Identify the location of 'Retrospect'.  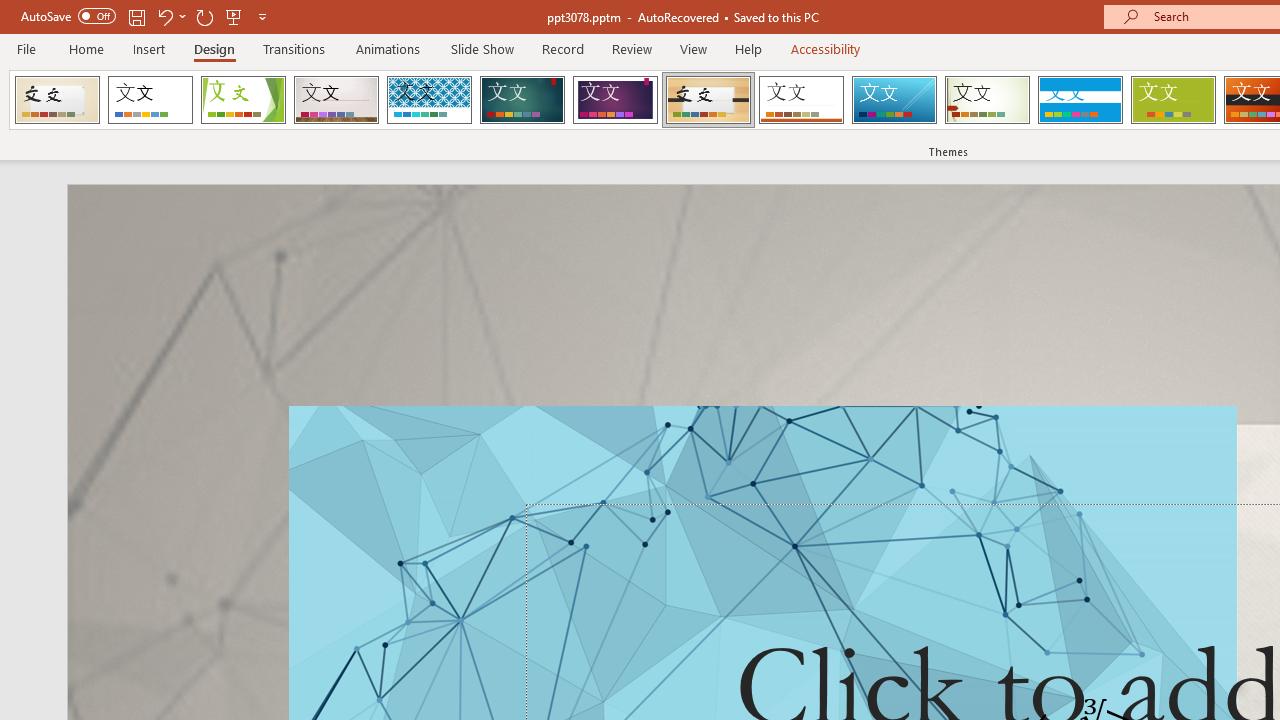
(801, 100).